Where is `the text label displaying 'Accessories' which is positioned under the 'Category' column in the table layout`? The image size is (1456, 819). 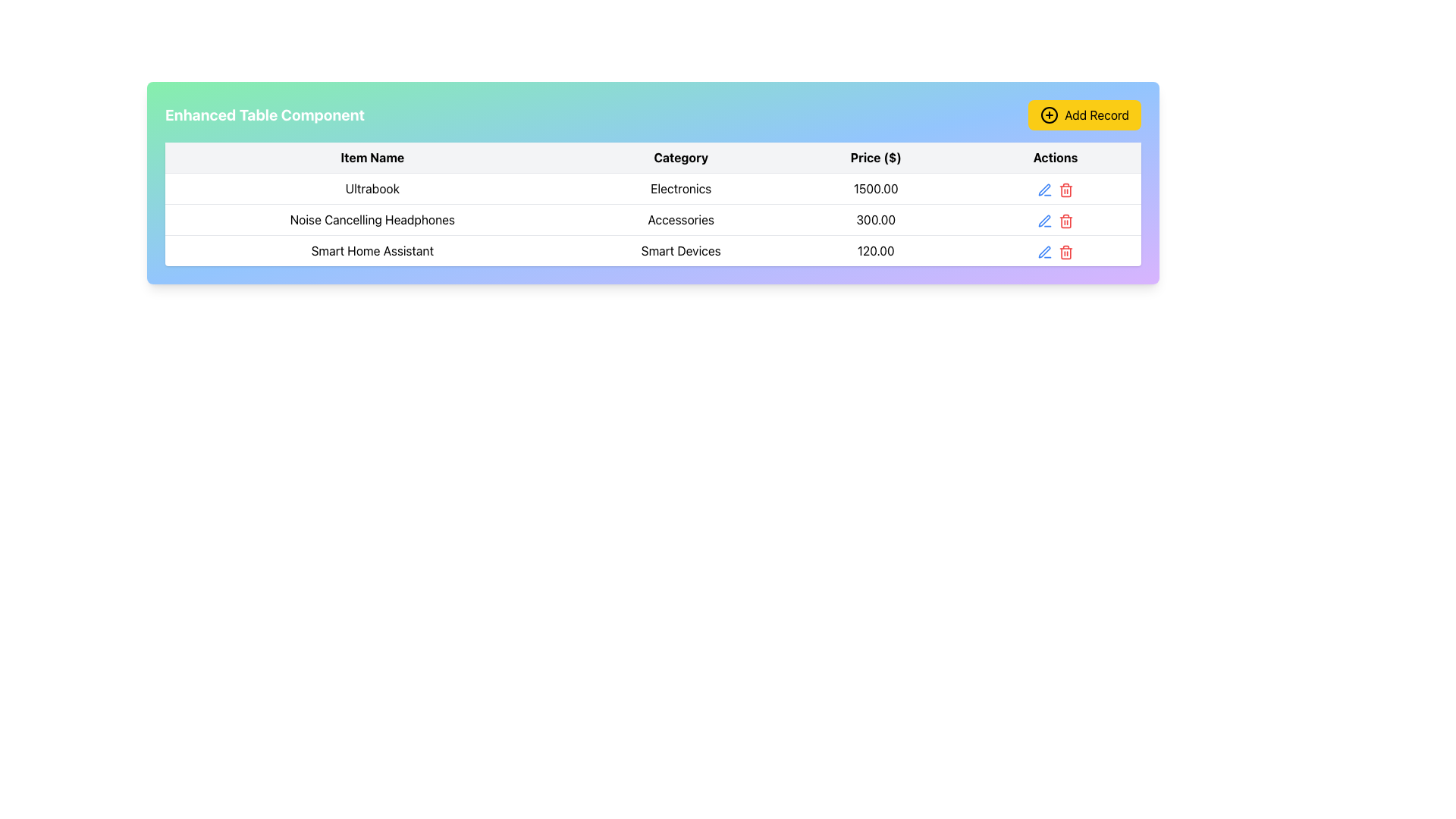
the text label displaying 'Accessories' which is positioned under the 'Category' column in the table layout is located at coordinates (680, 219).